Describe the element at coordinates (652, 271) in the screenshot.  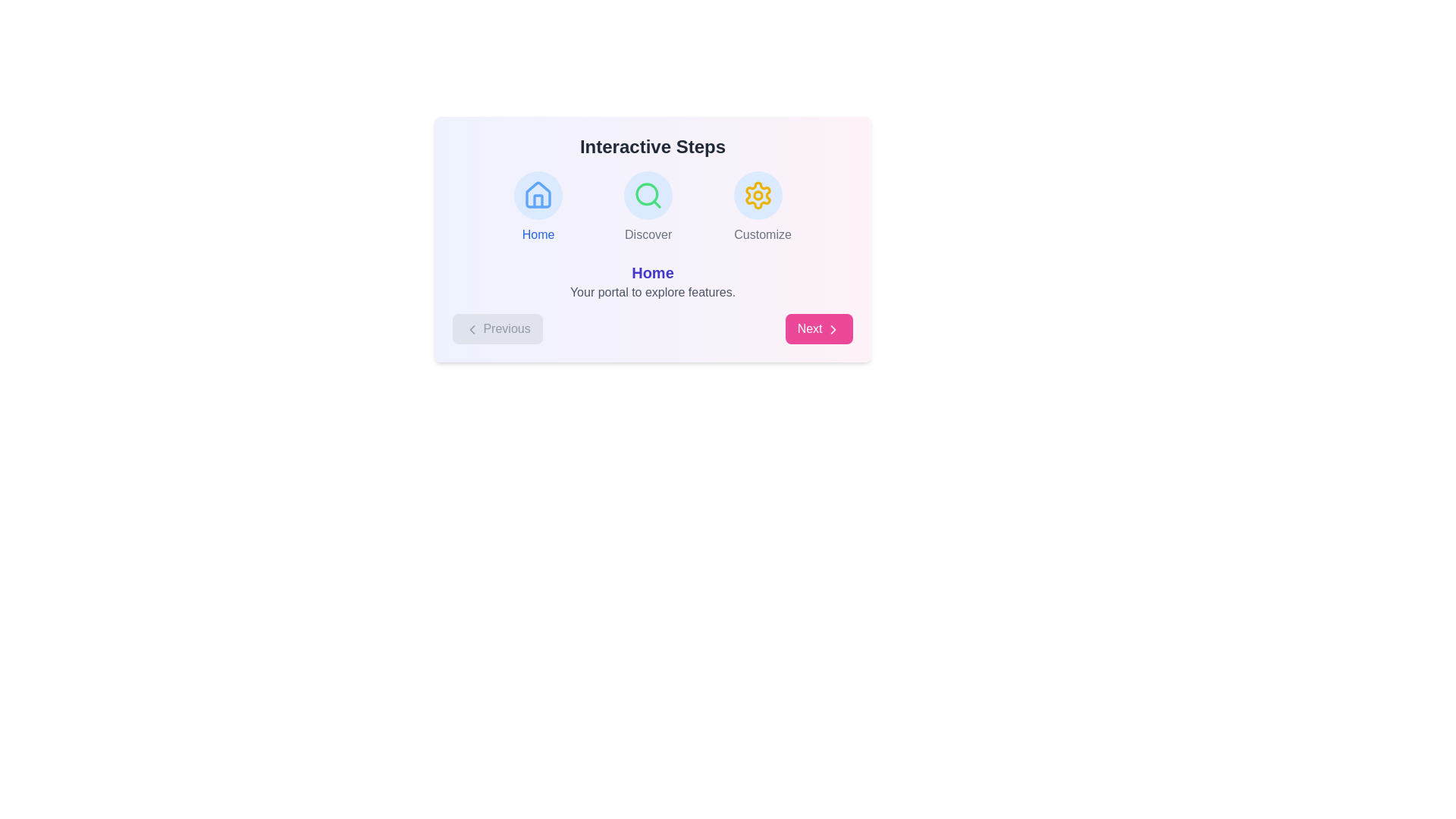
I see `the Text label that indicates the current step or section in the navigation process, which is positioned above 'Your portal` at that location.